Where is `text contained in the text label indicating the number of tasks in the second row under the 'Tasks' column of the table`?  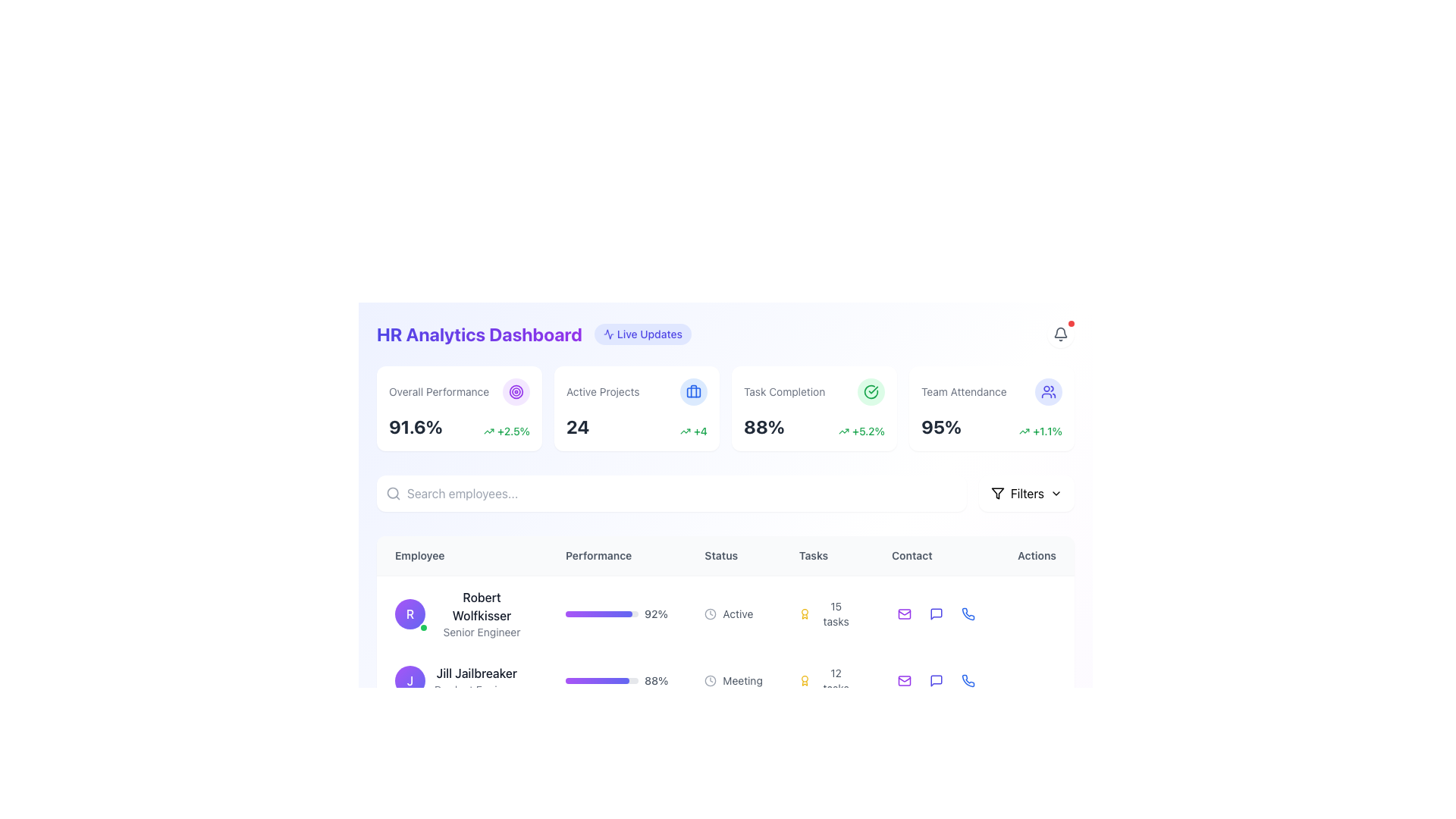
text contained in the text label indicating the number of tasks in the second row under the 'Tasks' column of the table is located at coordinates (835, 680).